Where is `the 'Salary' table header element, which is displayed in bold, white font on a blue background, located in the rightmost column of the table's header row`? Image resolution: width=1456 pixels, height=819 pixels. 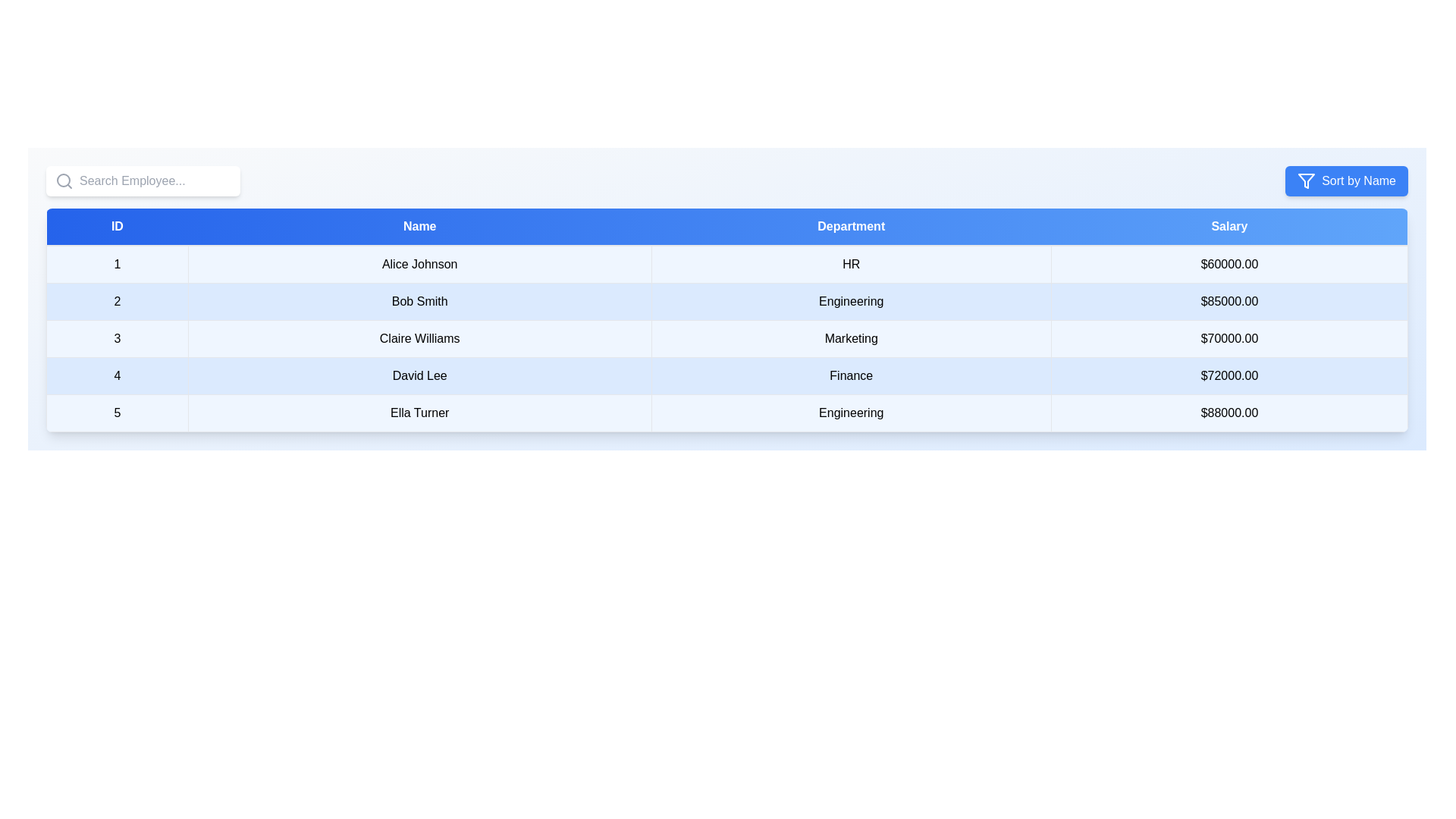 the 'Salary' table header element, which is displayed in bold, white font on a blue background, located in the rightmost column of the table's header row is located at coordinates (1229, 227).